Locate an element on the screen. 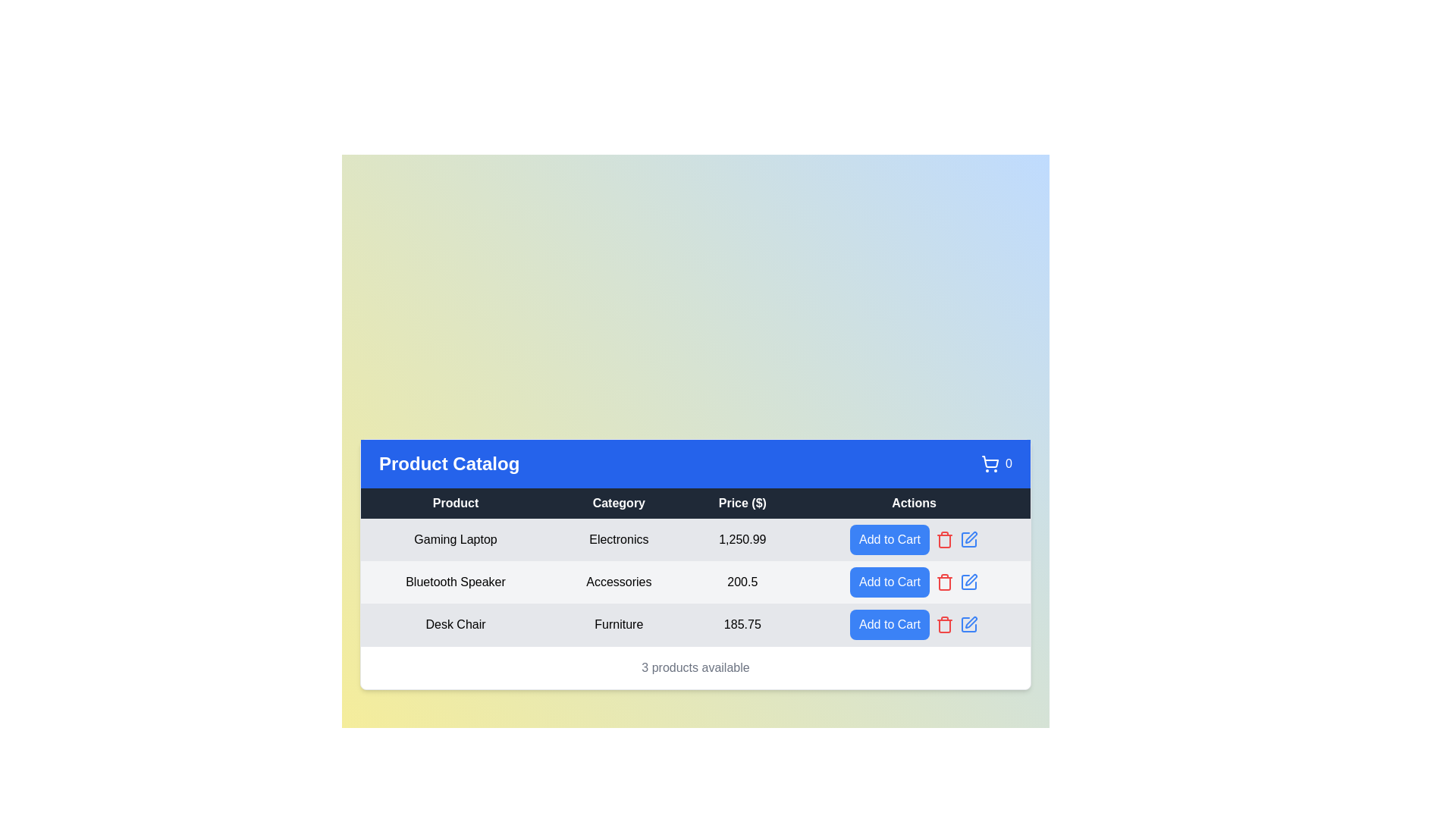 Image resolution: width=1456 pixels, height=819 pixels. the Trash/Delete icon in the Actions column of the table to initiate the delete action for the 'Desk Chair' product is located at coordinates (943, 540).